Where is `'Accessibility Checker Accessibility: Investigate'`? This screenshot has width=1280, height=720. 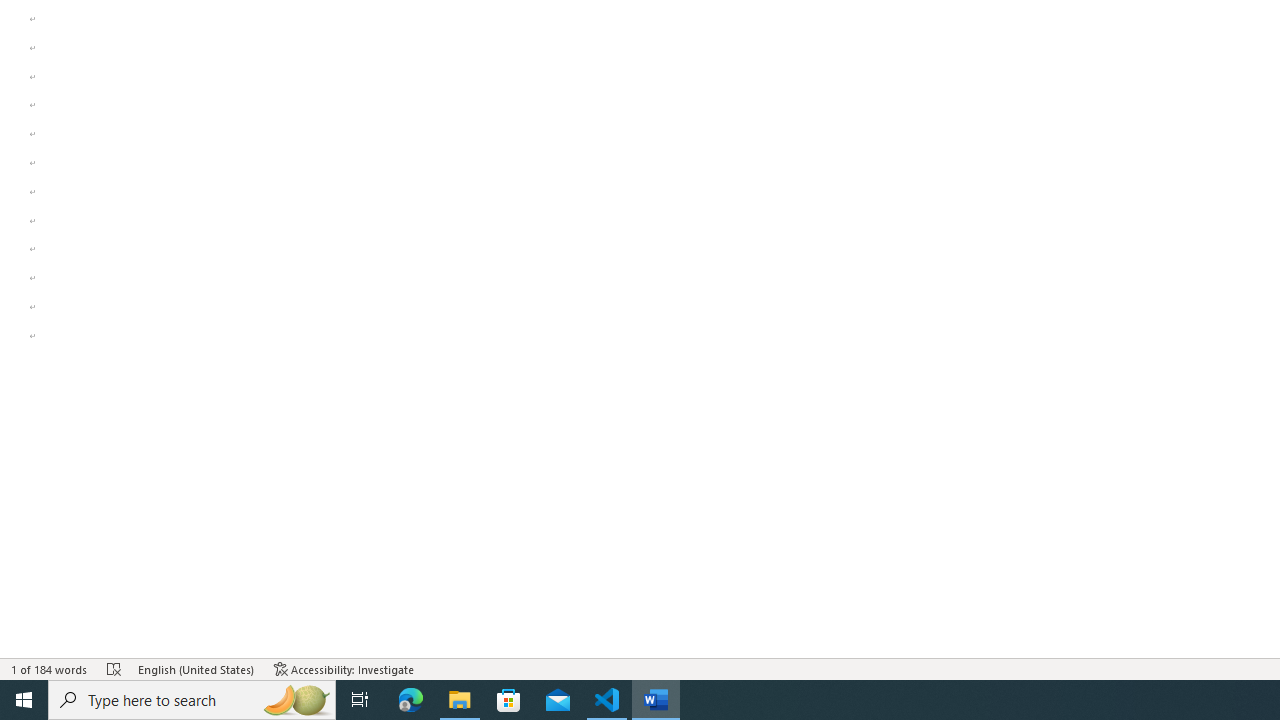 'Accessibility Checker Accessibility: Investigate' is located at coordinates (344, 669).